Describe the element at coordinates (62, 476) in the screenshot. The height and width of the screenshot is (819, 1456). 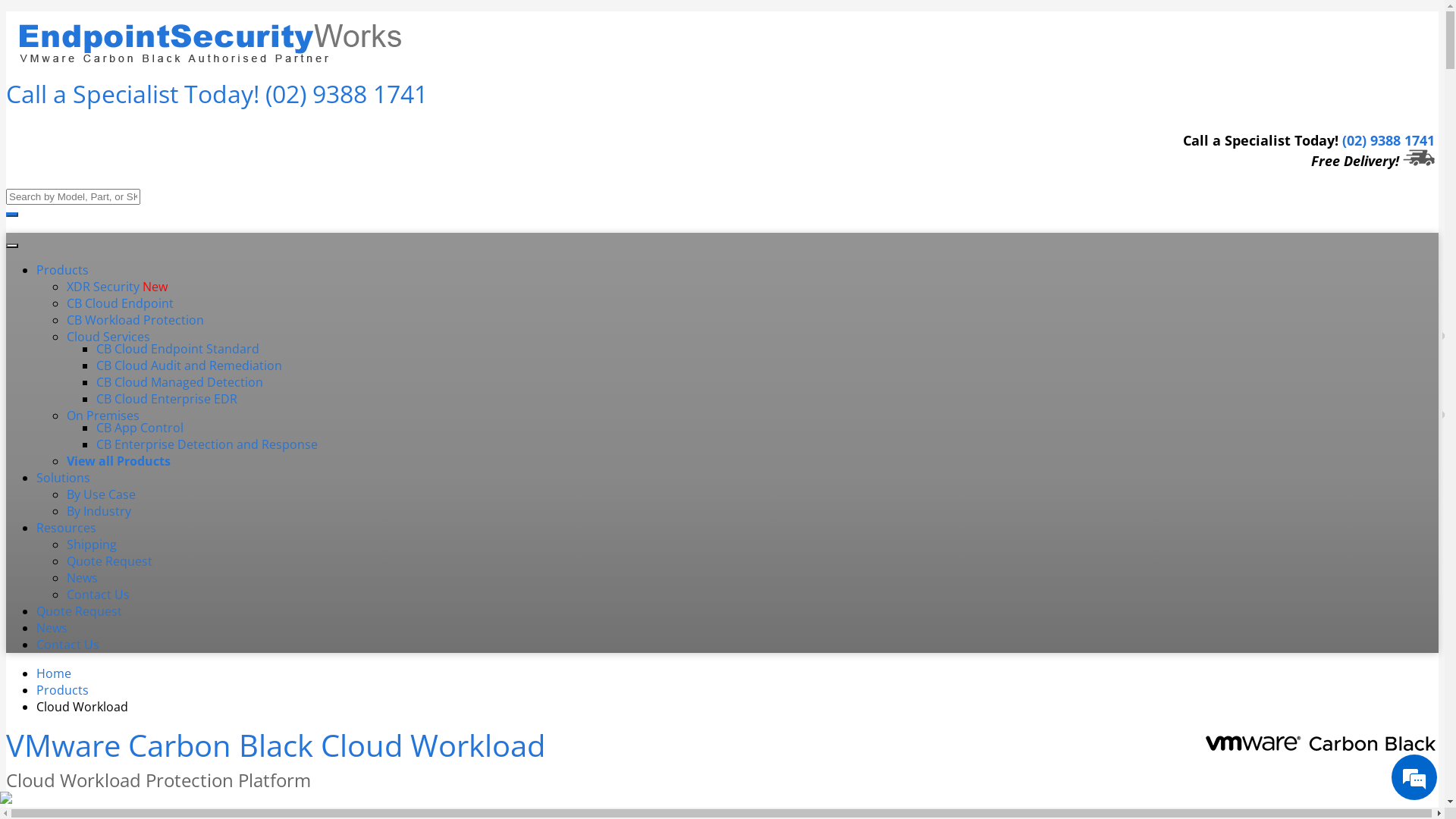
I see `'Solutions'` at that location.